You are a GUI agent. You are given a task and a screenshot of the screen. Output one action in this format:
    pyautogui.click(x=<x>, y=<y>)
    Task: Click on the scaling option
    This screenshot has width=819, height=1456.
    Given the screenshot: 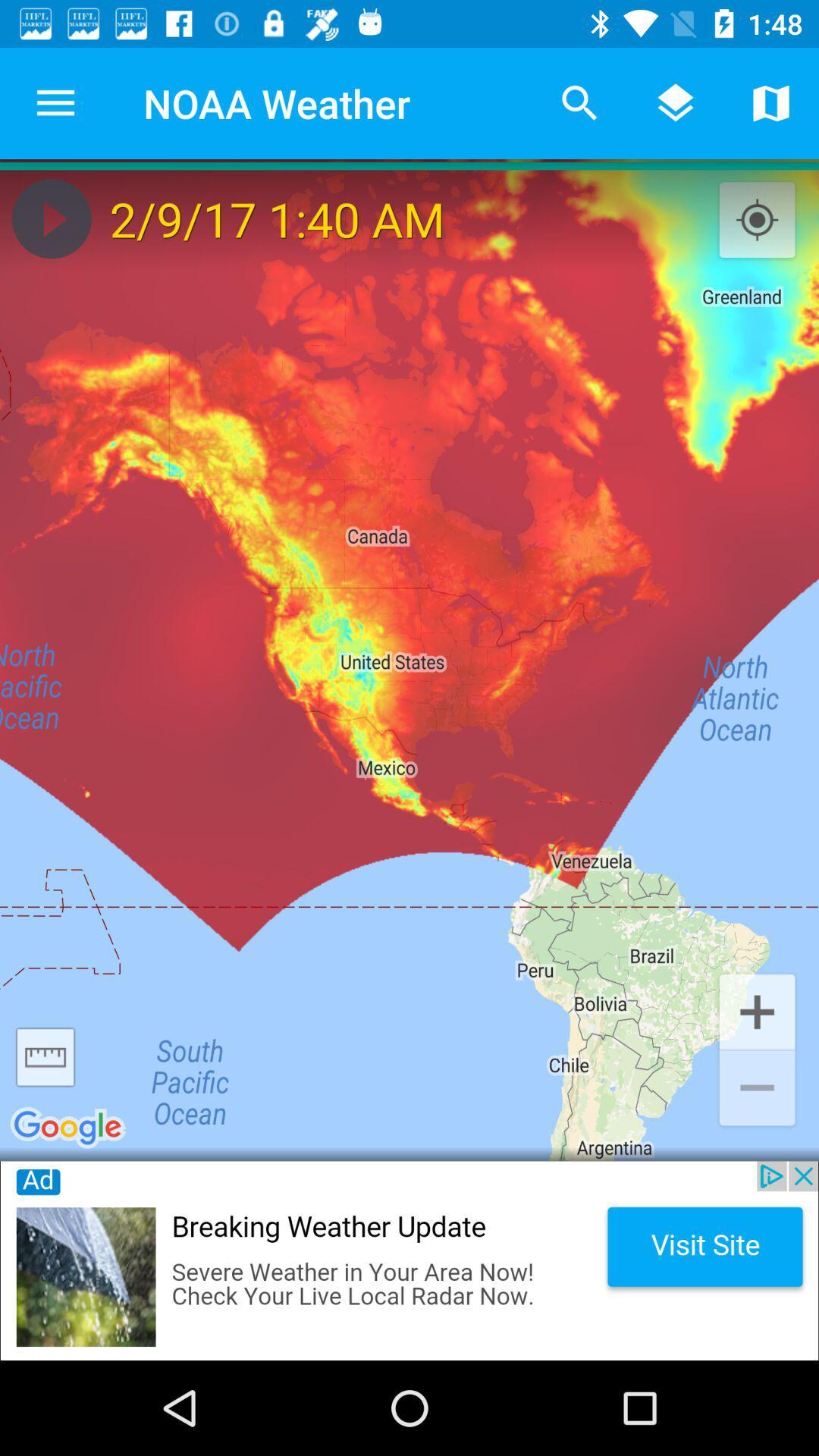 What is the action you would take?
    pyautogui.click(x=45, y=1056)
    